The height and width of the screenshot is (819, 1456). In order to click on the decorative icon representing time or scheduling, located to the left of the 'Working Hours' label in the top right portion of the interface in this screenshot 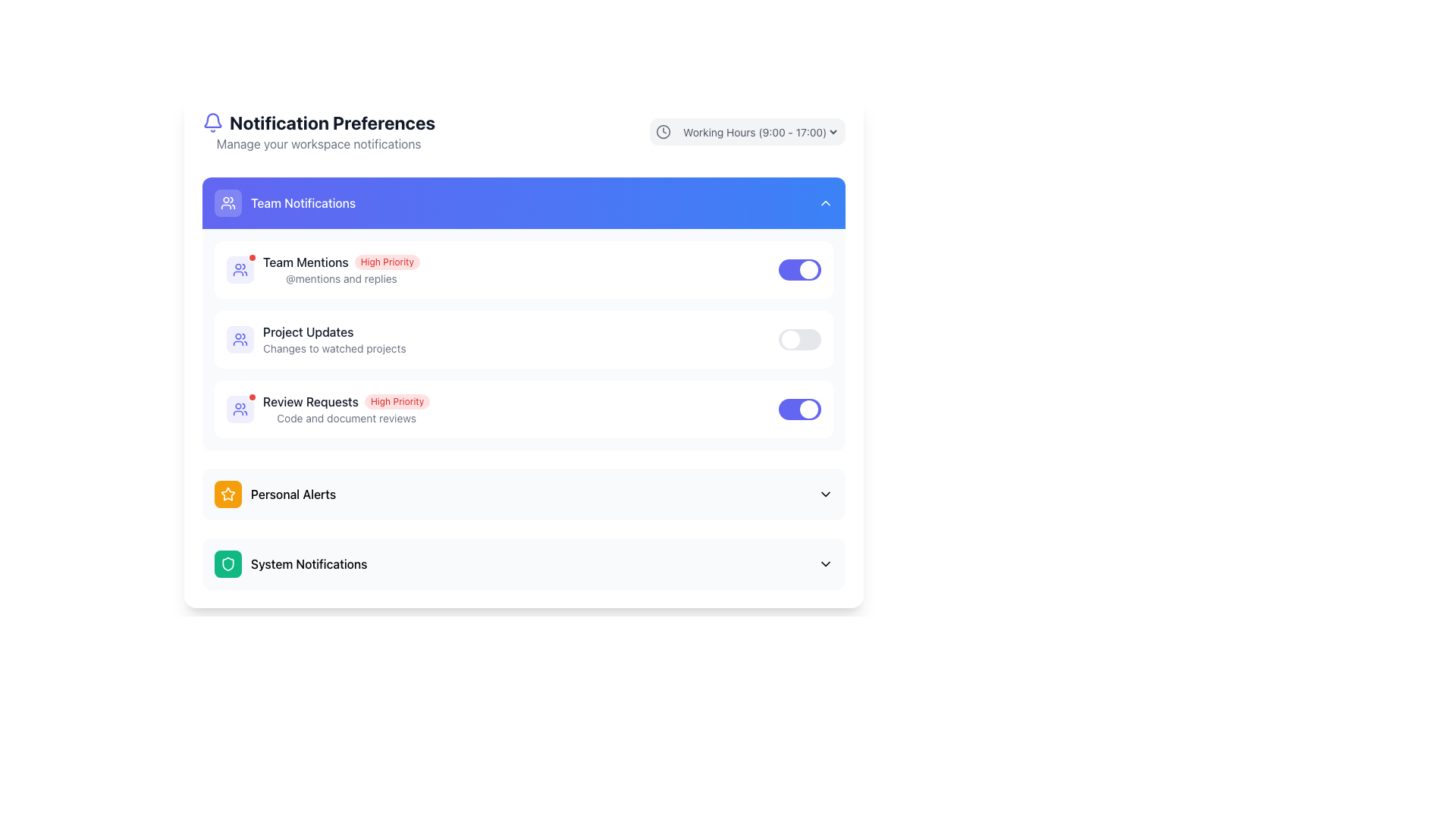, I will do `click(663, 130)`.